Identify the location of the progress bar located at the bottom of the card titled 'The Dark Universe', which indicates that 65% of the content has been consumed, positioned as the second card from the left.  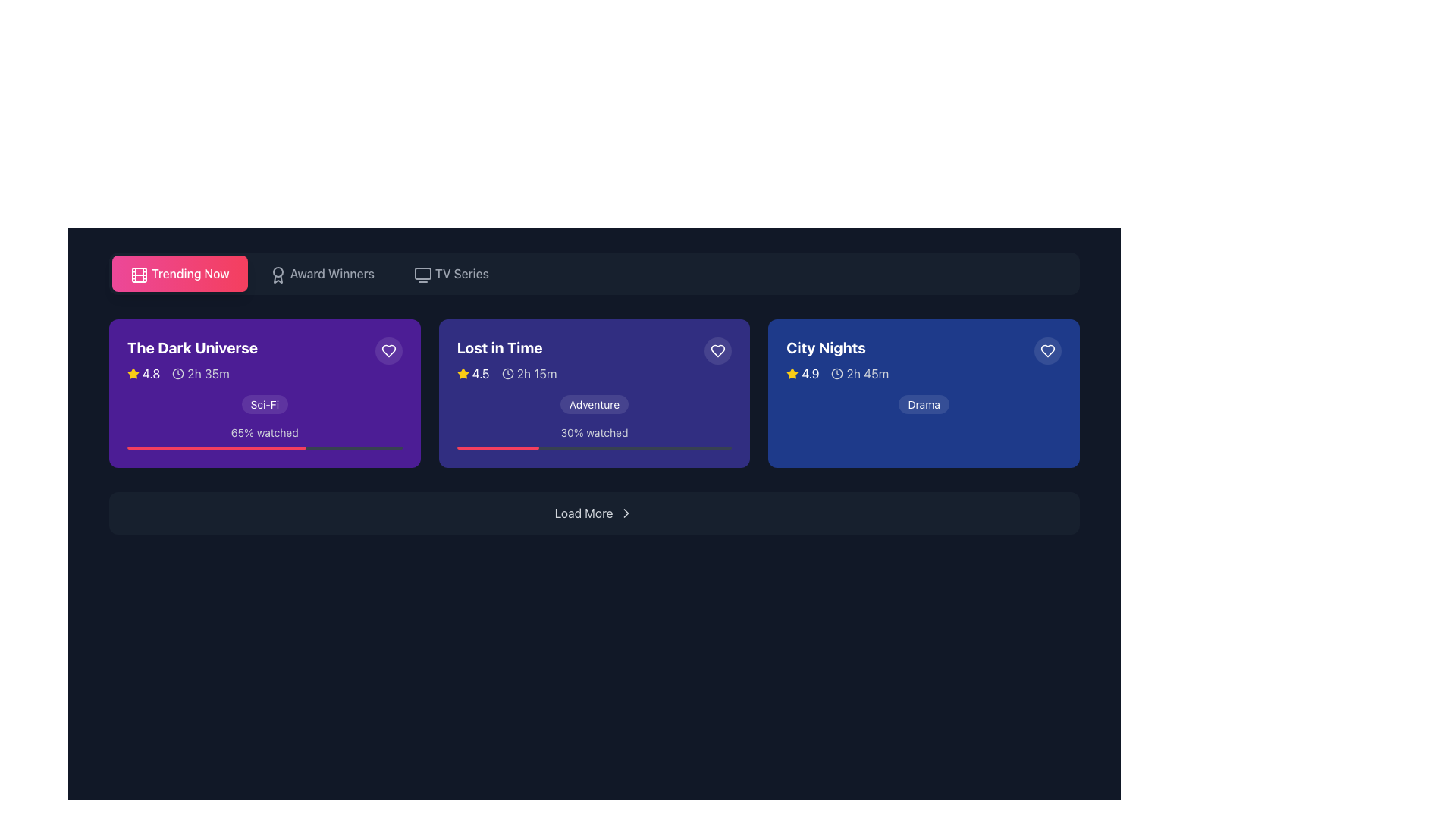
(265, 447).